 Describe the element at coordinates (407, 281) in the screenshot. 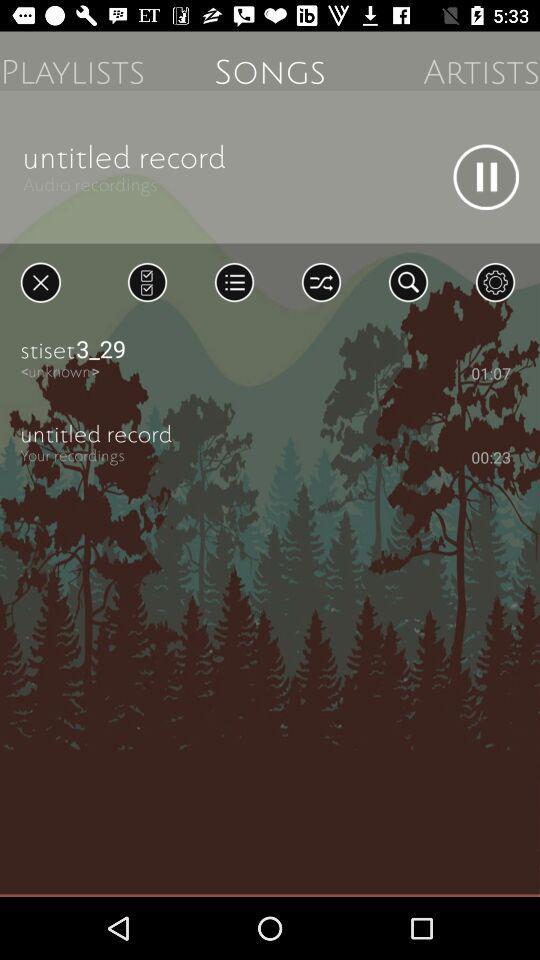

I see `search the name` at that location.